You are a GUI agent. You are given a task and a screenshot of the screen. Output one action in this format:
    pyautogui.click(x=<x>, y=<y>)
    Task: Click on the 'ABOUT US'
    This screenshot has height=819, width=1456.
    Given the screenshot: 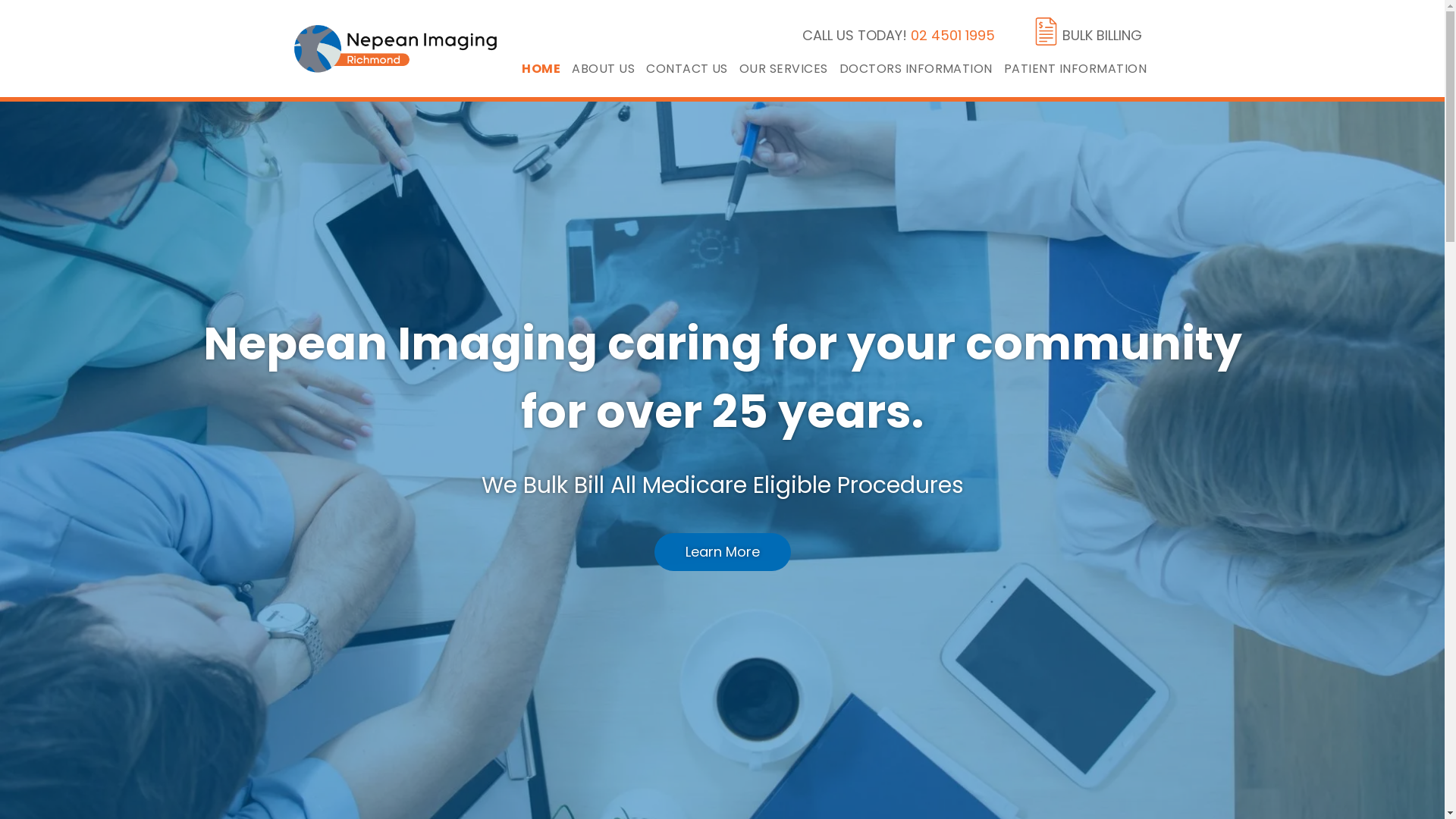 What is the action you would take?
    pyautogui.click(x=608, y=68)
    